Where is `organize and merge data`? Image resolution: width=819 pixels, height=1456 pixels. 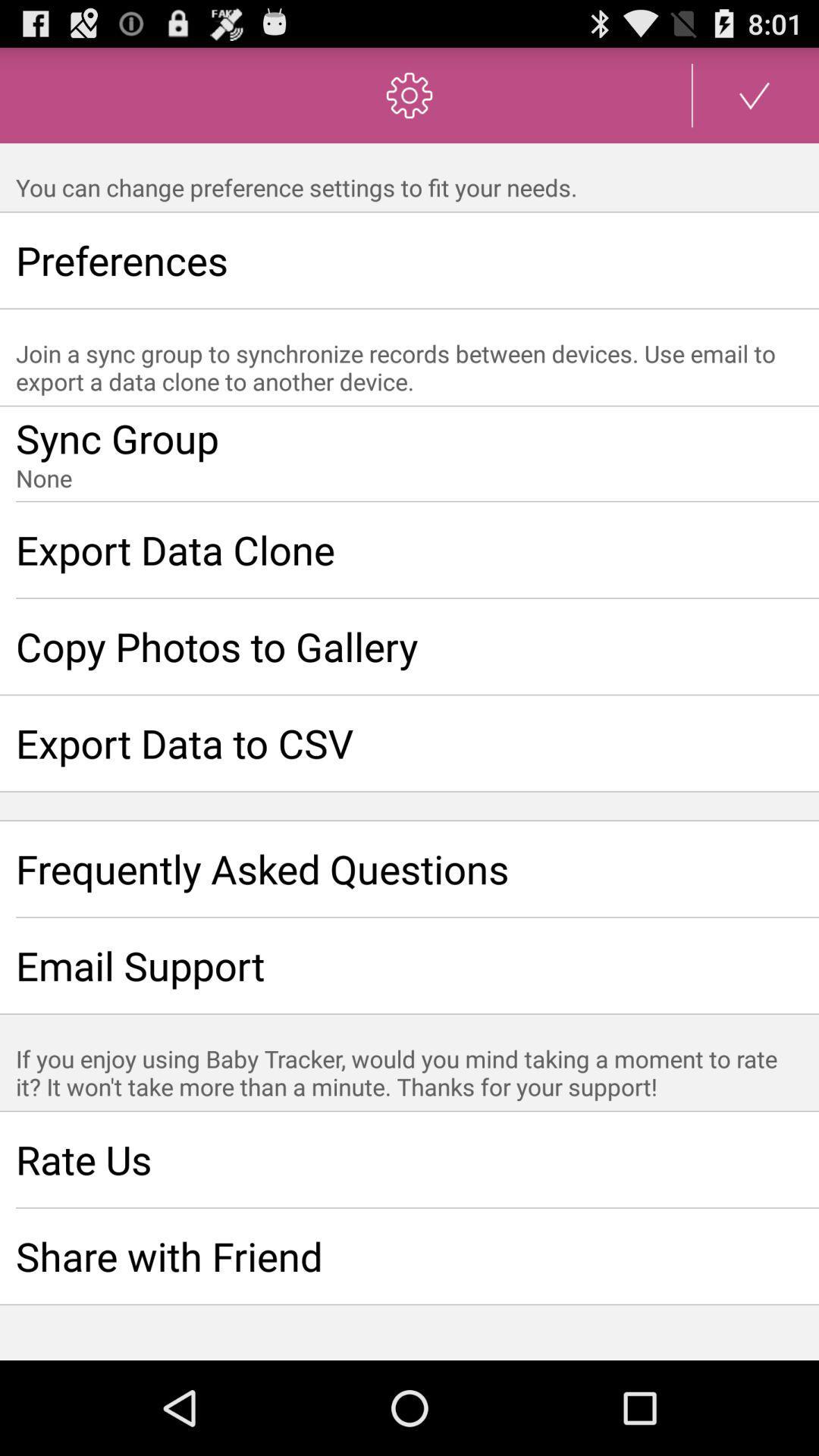
organize and merge data is located at coordinates (409, 453).